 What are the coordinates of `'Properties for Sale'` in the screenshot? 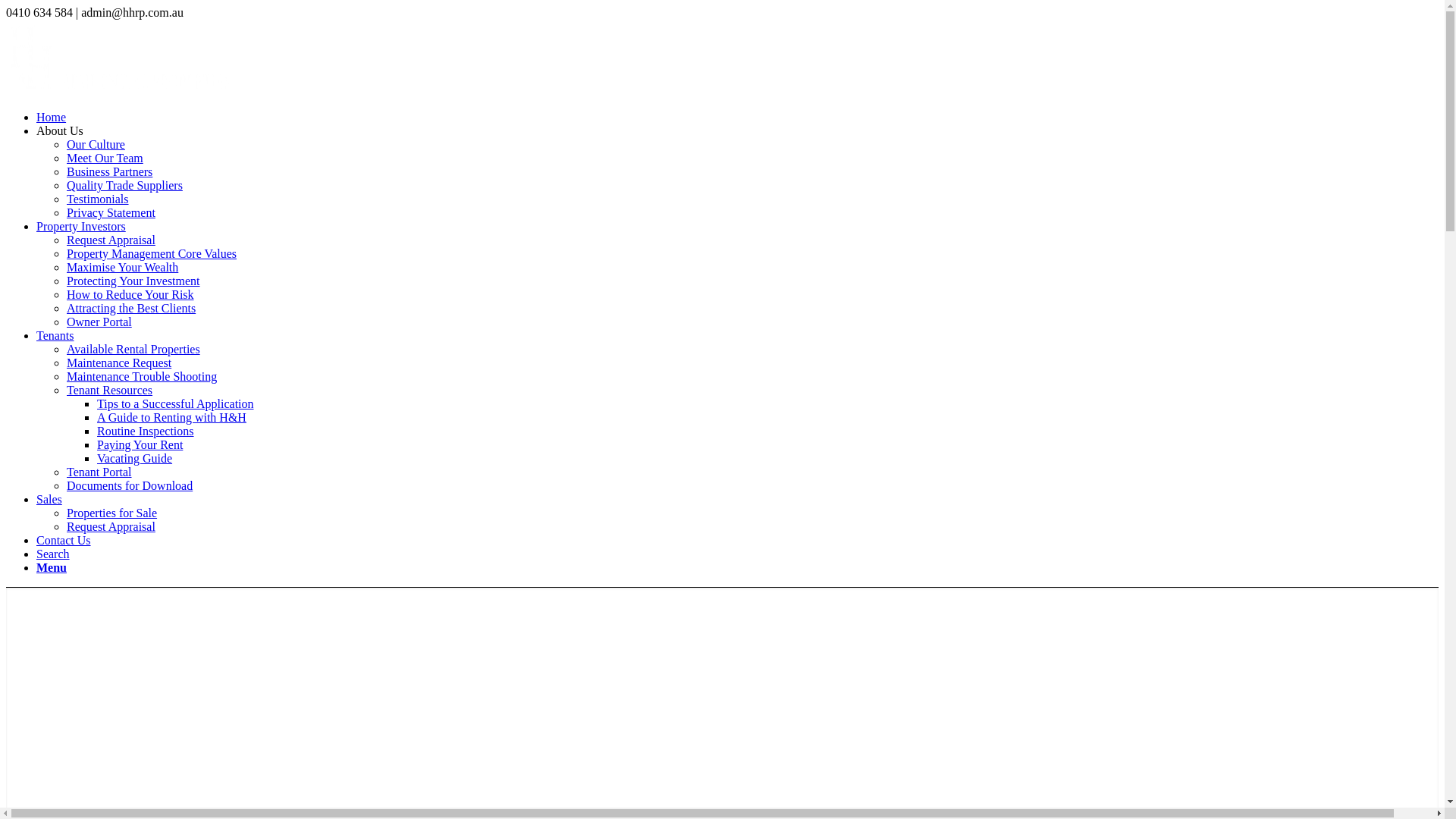 It's located at (111, 512).